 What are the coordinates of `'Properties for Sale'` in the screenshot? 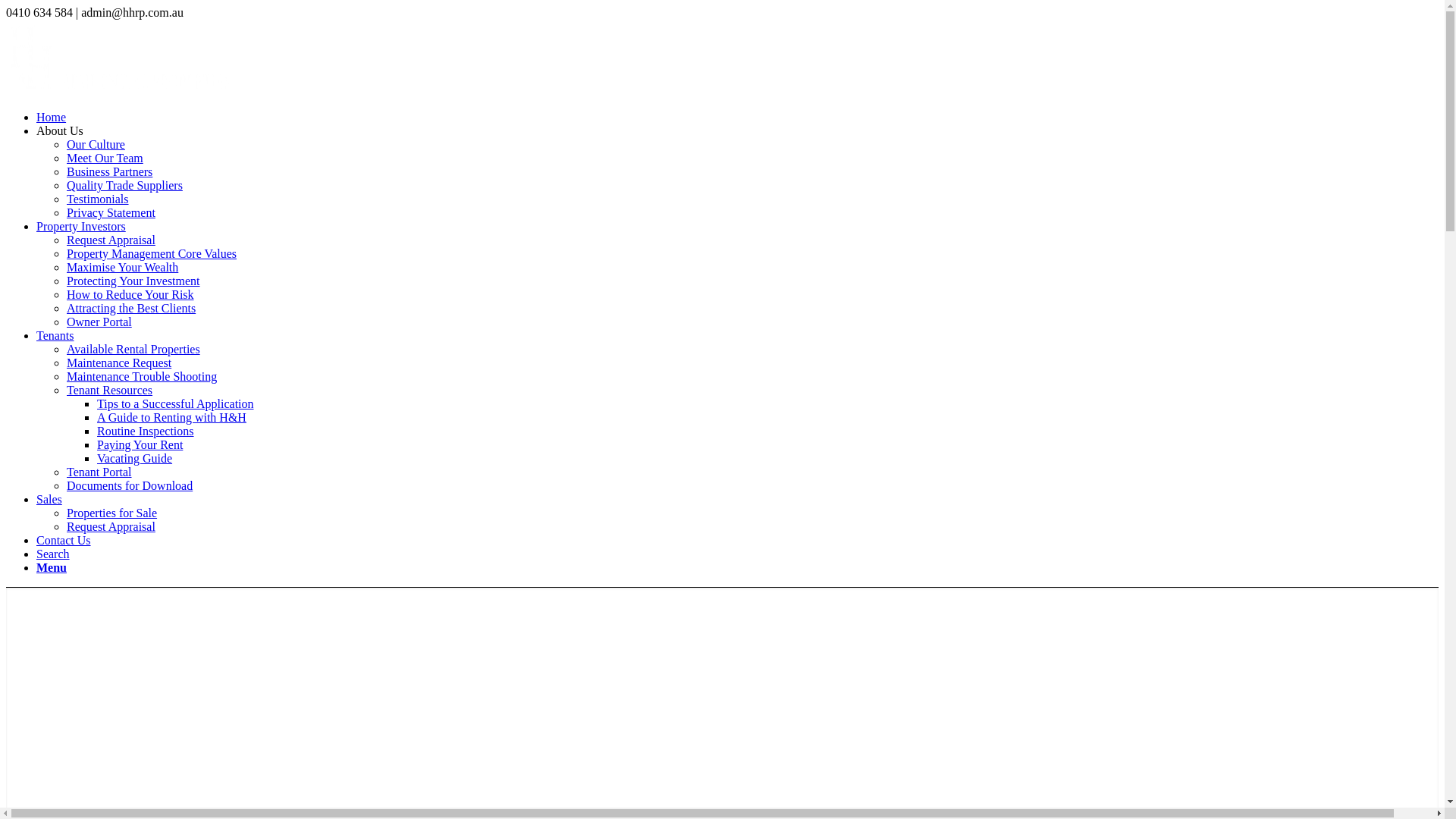 It's located at (111, 512).